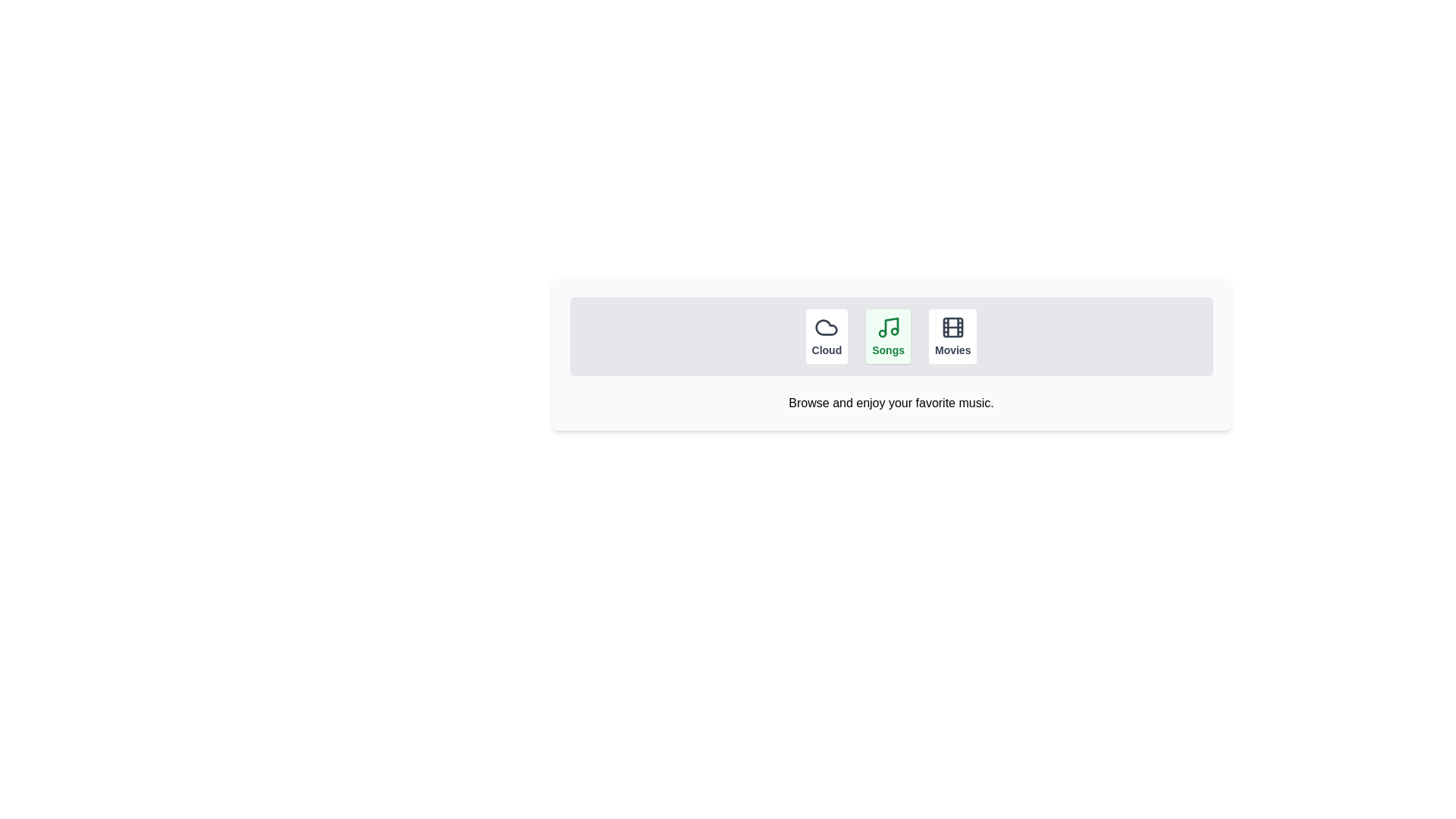 Image resolution: width=1456 pixels, height=819 pixels. I want to click on the 'Movies' button, which is the rightmost interactive button in a horizontal arrangement of three buttons labeled 'Cloud', 'Songs', and 'Movies', so click(952, 350).